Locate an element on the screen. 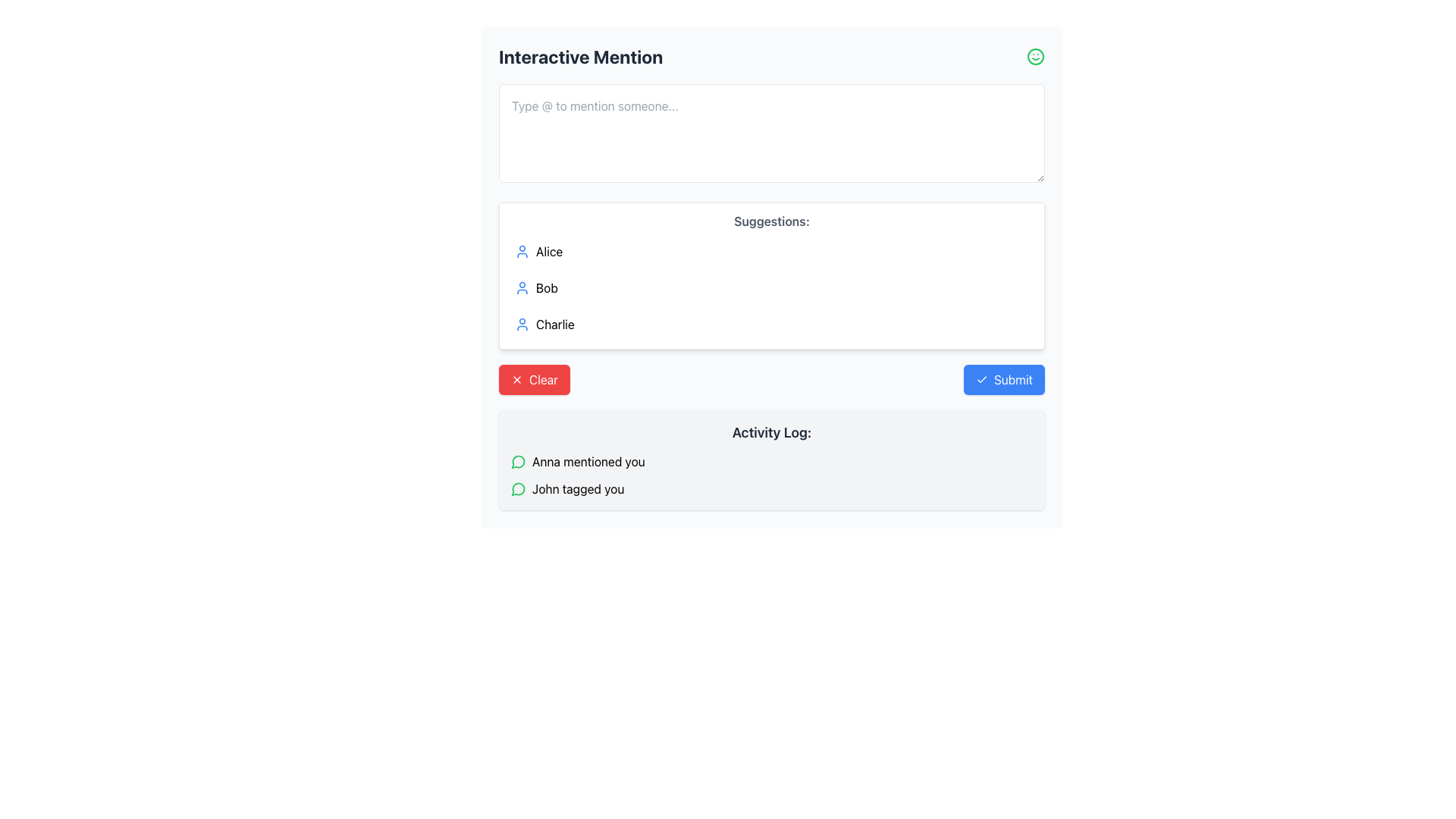  text of the Label (Heading) that categorizes the activity logs, positioned centrally above the activity items is located at coordinates (771, 432).